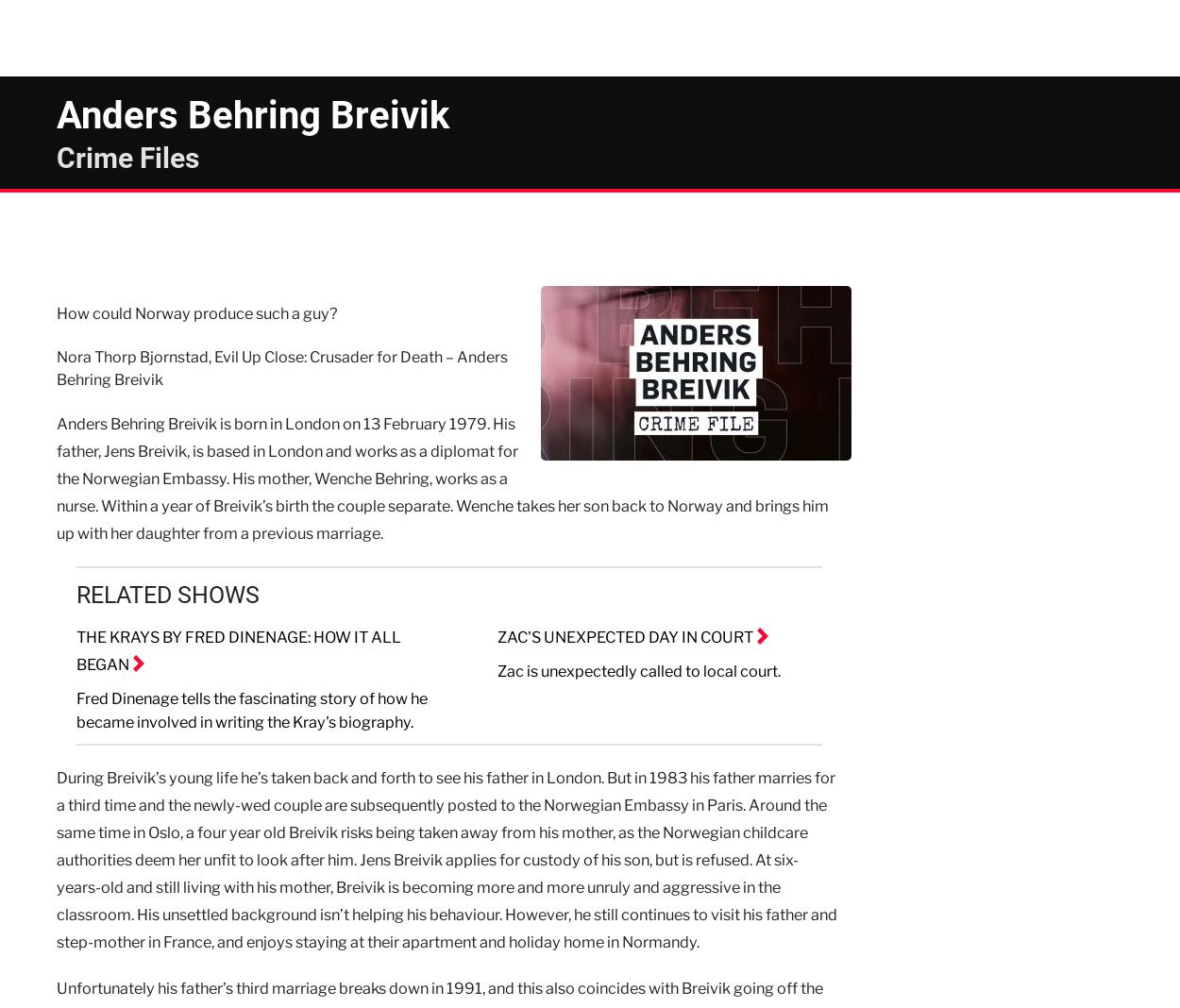 The width and height of the screenshot is (1180, 1008). Describe the element at coordinates (966, 115) in the screenshot. I see `'What is El Chapo's net worth?'` at that location.